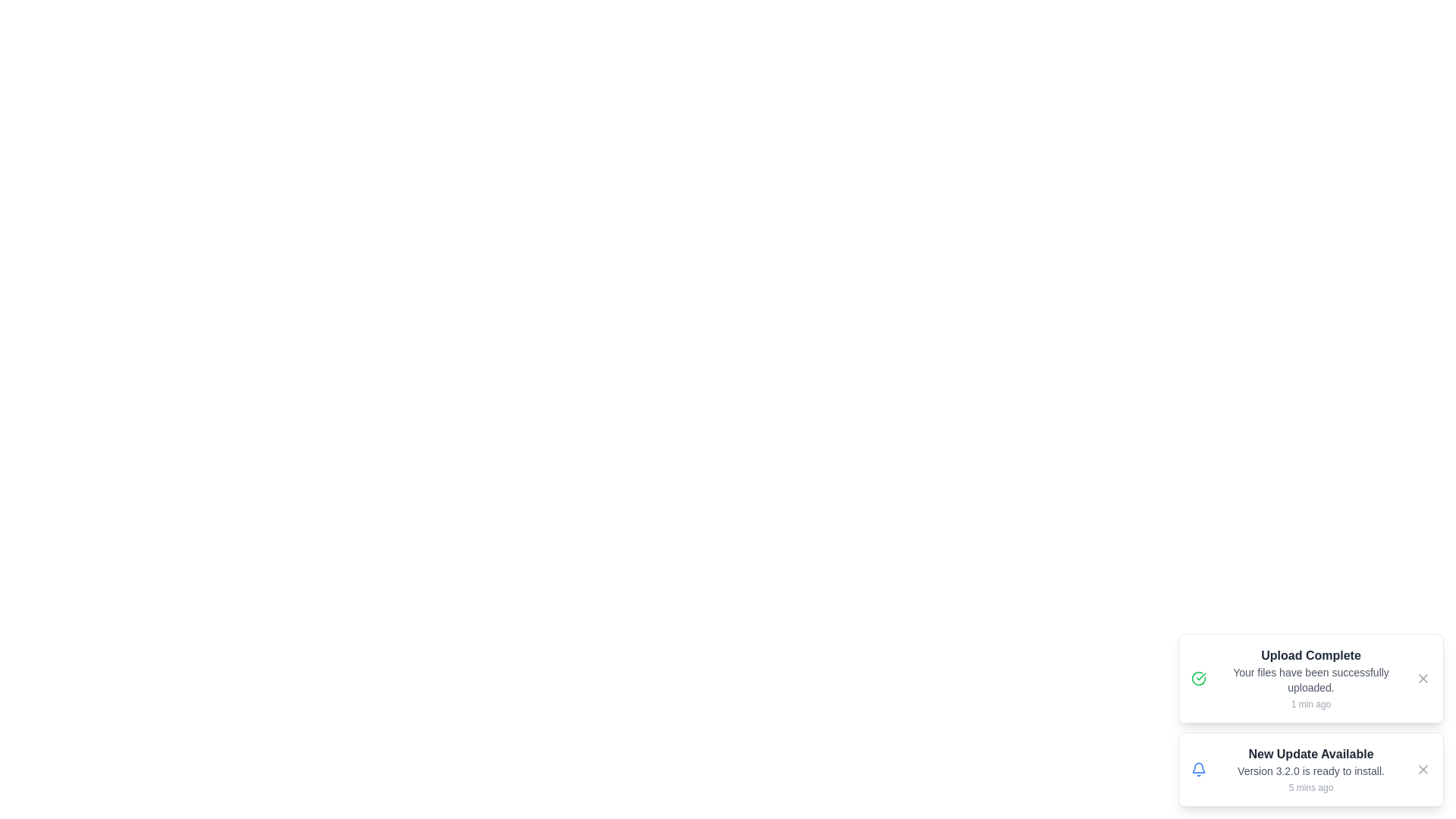 The width and height of the screenshot is (1456, 819). Describe the element at coordinates (1310, 755) in the screenshot. I see `text label displaying 'New Update Available' in bold, dark gray font within the notification card on the right side of the interface` at that location.